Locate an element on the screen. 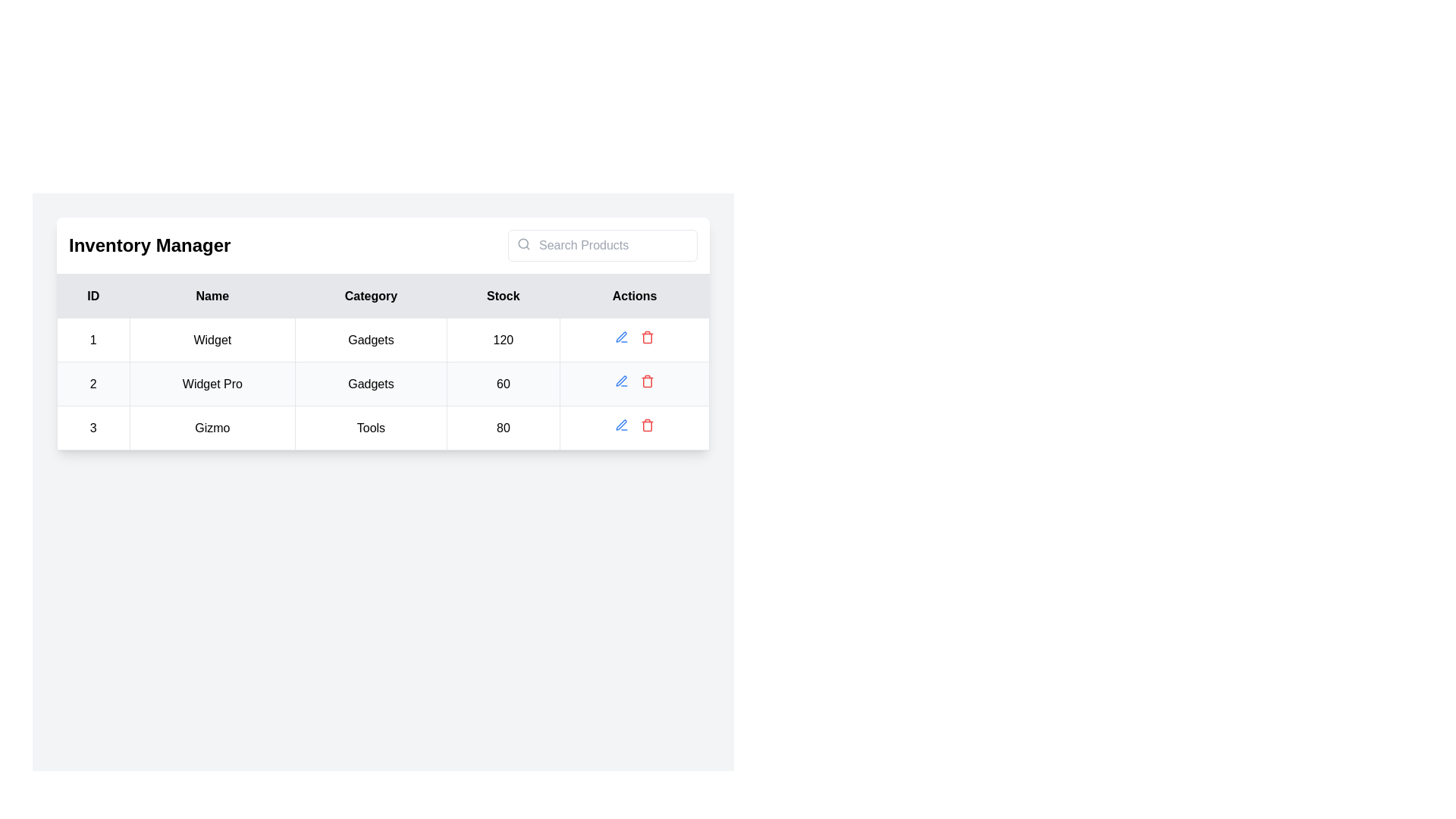 The width and height of the screenshot is (1456, 819). the 'Actions' text header element, which is styled with a bold black font on a gray background and is the fifth column header in the table header section, positioned to the far right is located at coordinates (634, 296).